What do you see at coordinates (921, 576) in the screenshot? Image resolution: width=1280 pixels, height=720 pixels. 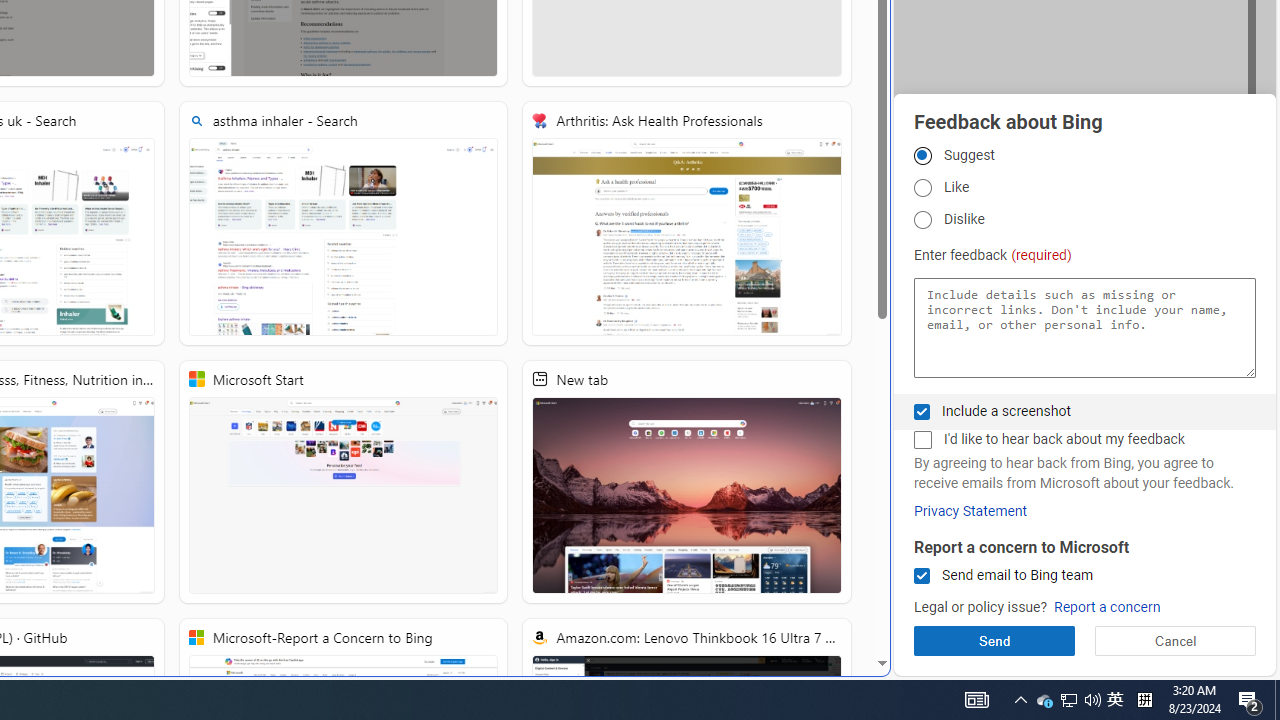 I see `'Send email to Bing team'` at bounding box center [921, 576].